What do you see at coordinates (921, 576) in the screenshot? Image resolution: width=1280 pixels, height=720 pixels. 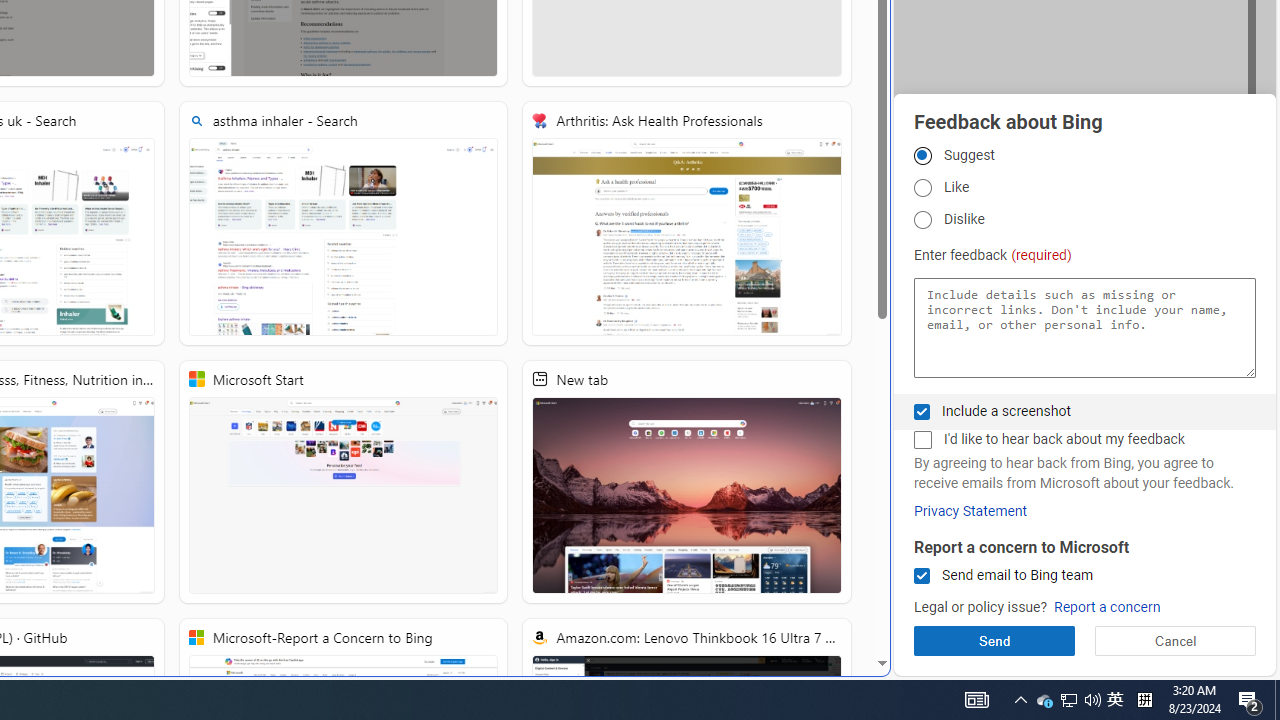 I see `'Send email to Bing team'` at bounding box center [921, 576].